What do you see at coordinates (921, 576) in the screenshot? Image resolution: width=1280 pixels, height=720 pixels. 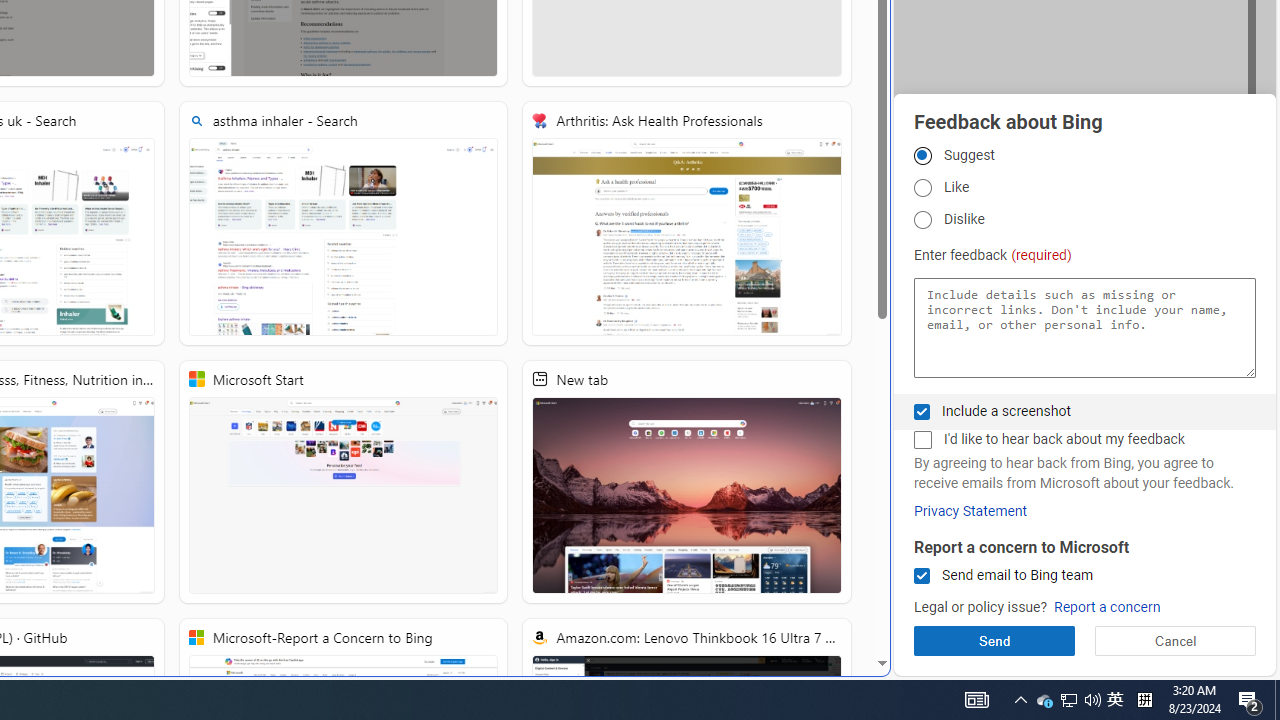 I see `'Send email to Bing team'` at bounding box center [921, 576].